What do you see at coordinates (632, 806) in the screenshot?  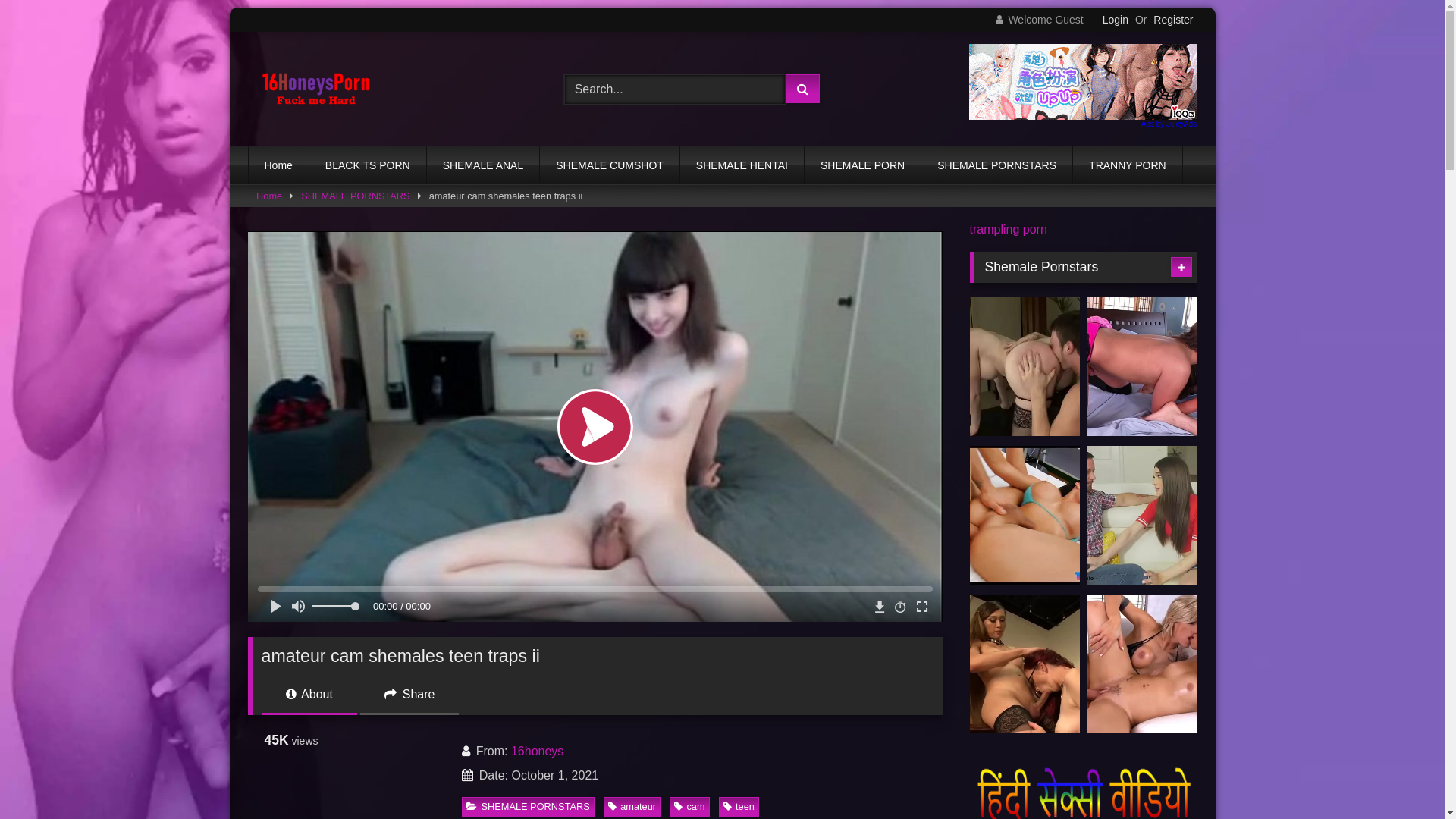 I see `'amateur'` at bounding box center [632, 806].